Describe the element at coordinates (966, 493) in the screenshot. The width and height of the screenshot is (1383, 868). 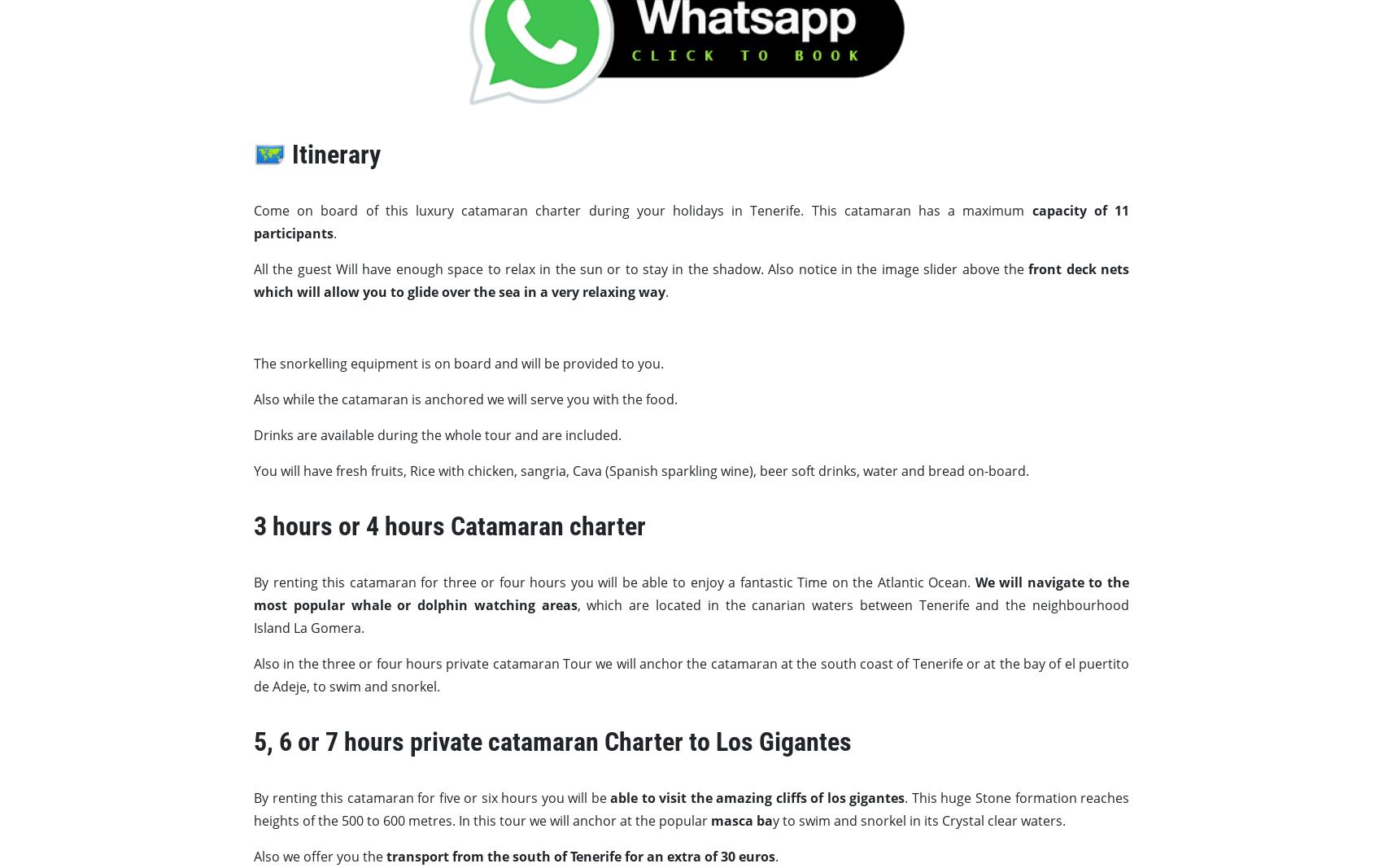
I see `'Cookie Policy'` at that location.